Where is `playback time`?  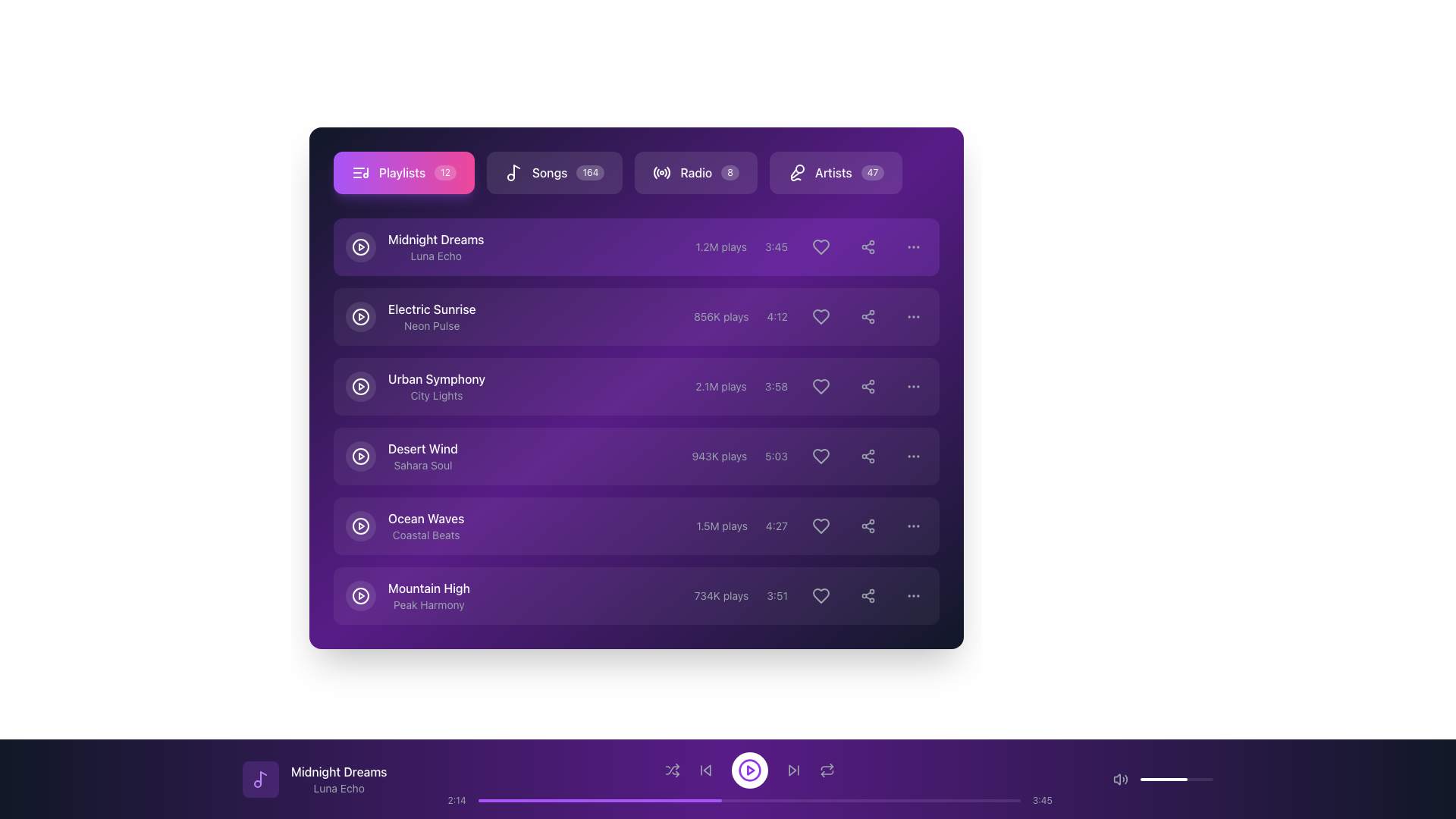 playback time is located at coordinates (959, 800).